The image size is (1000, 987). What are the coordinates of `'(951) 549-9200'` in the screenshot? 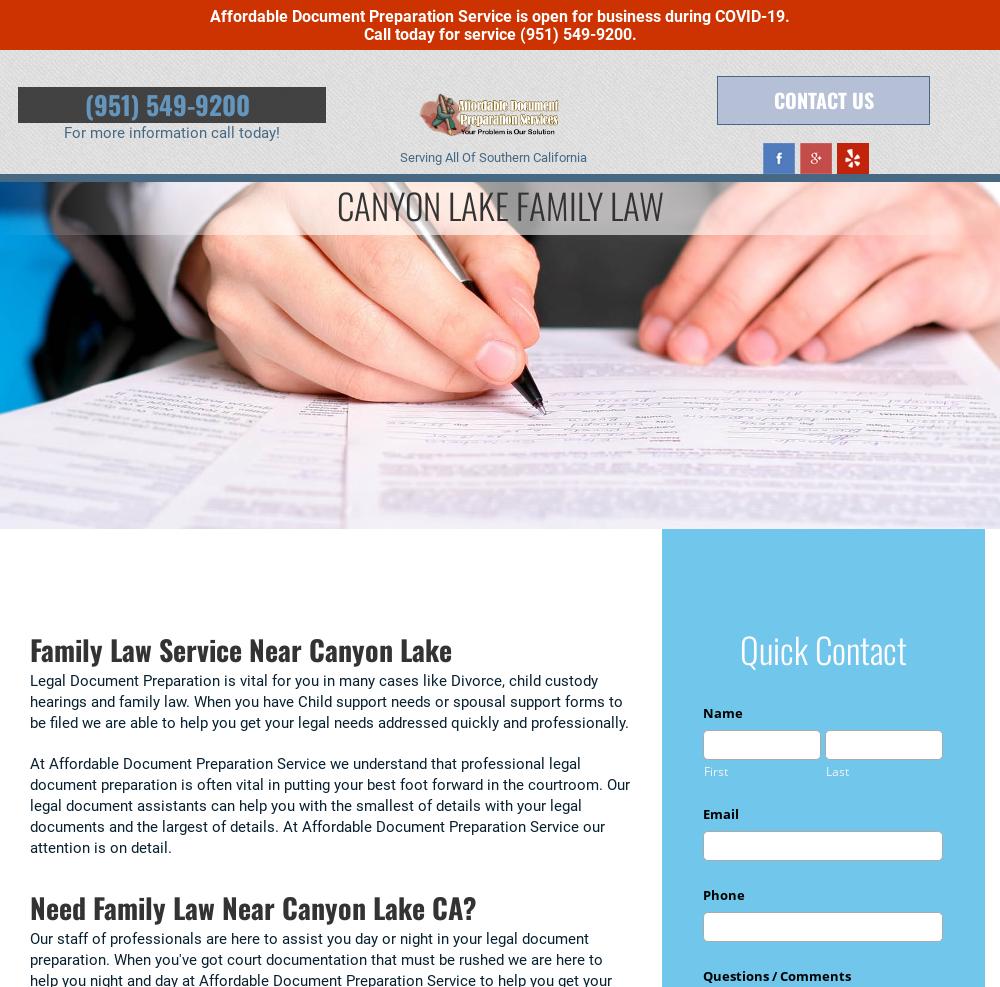 It's located at (68, 103).